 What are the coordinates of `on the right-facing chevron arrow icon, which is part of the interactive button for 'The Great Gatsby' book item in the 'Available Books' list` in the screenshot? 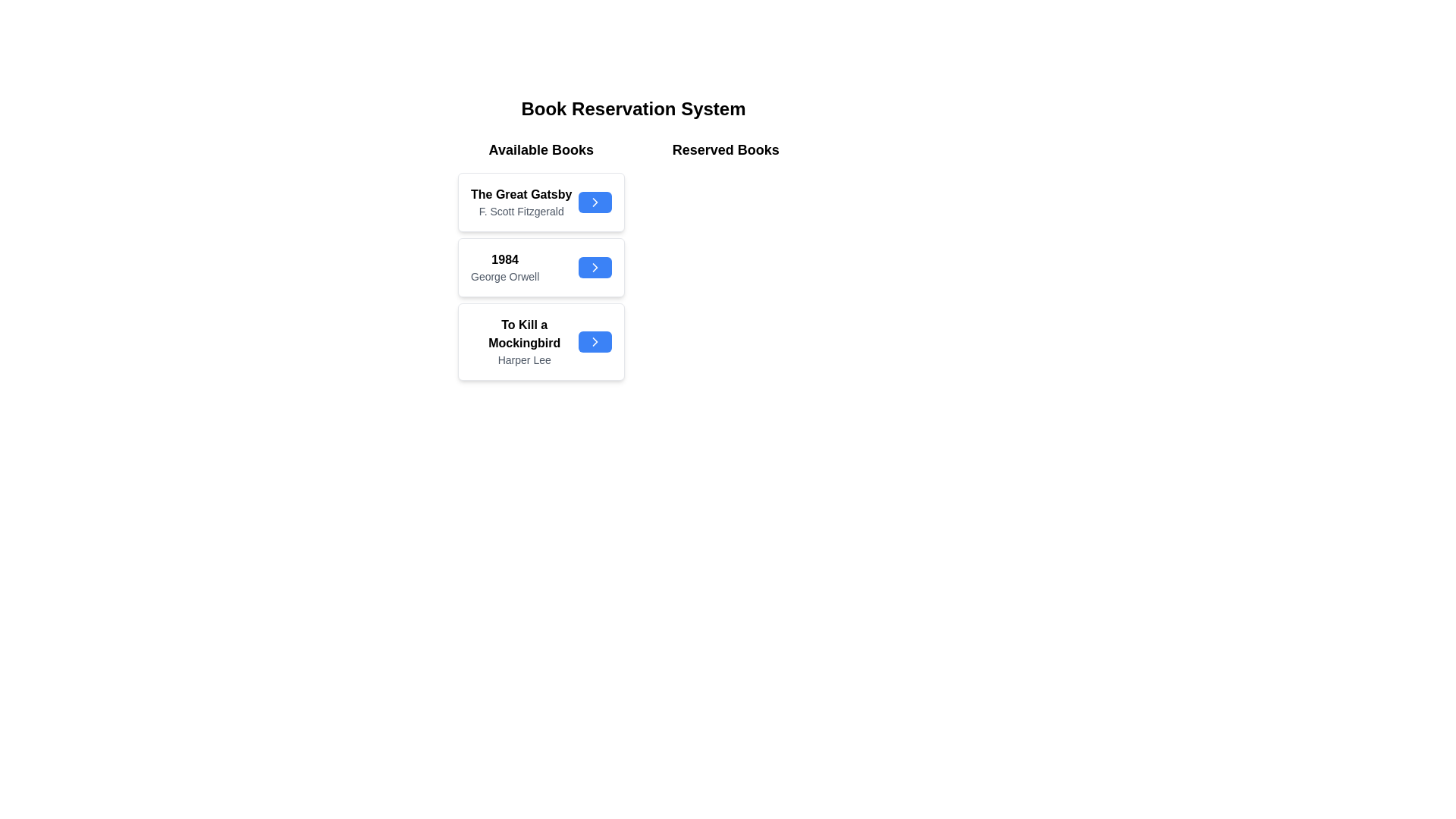 It's located at (594, 201).